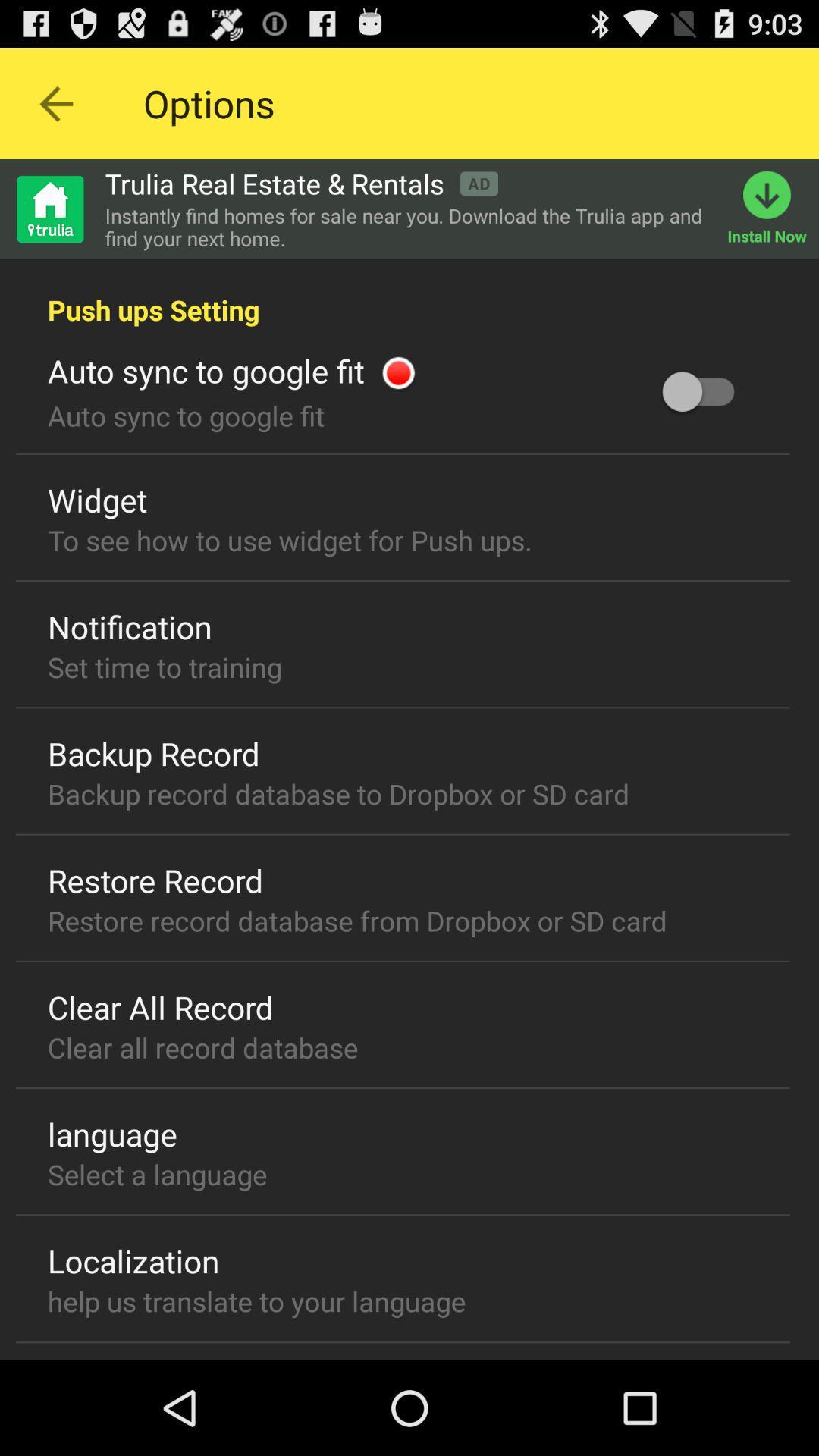 This screenshot has width=819, height=1456. Describe the element at coordinates (55, 102) in the screenshot. I see `go back` at that location.